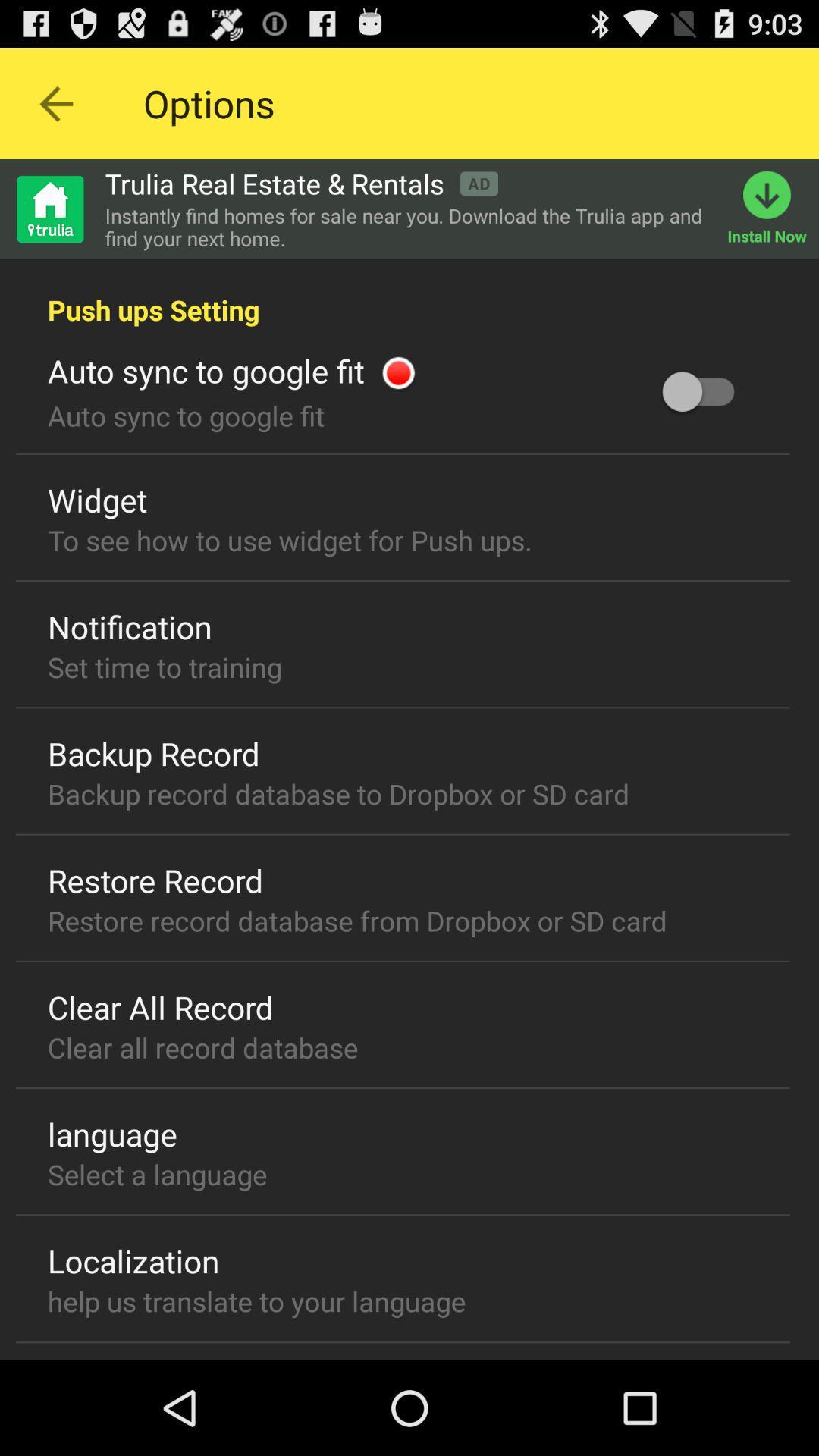 This screenshot has width=819, height=1456. Describe the element at coordinates (55, 102) in the screenshot. I see `go back` at that location.